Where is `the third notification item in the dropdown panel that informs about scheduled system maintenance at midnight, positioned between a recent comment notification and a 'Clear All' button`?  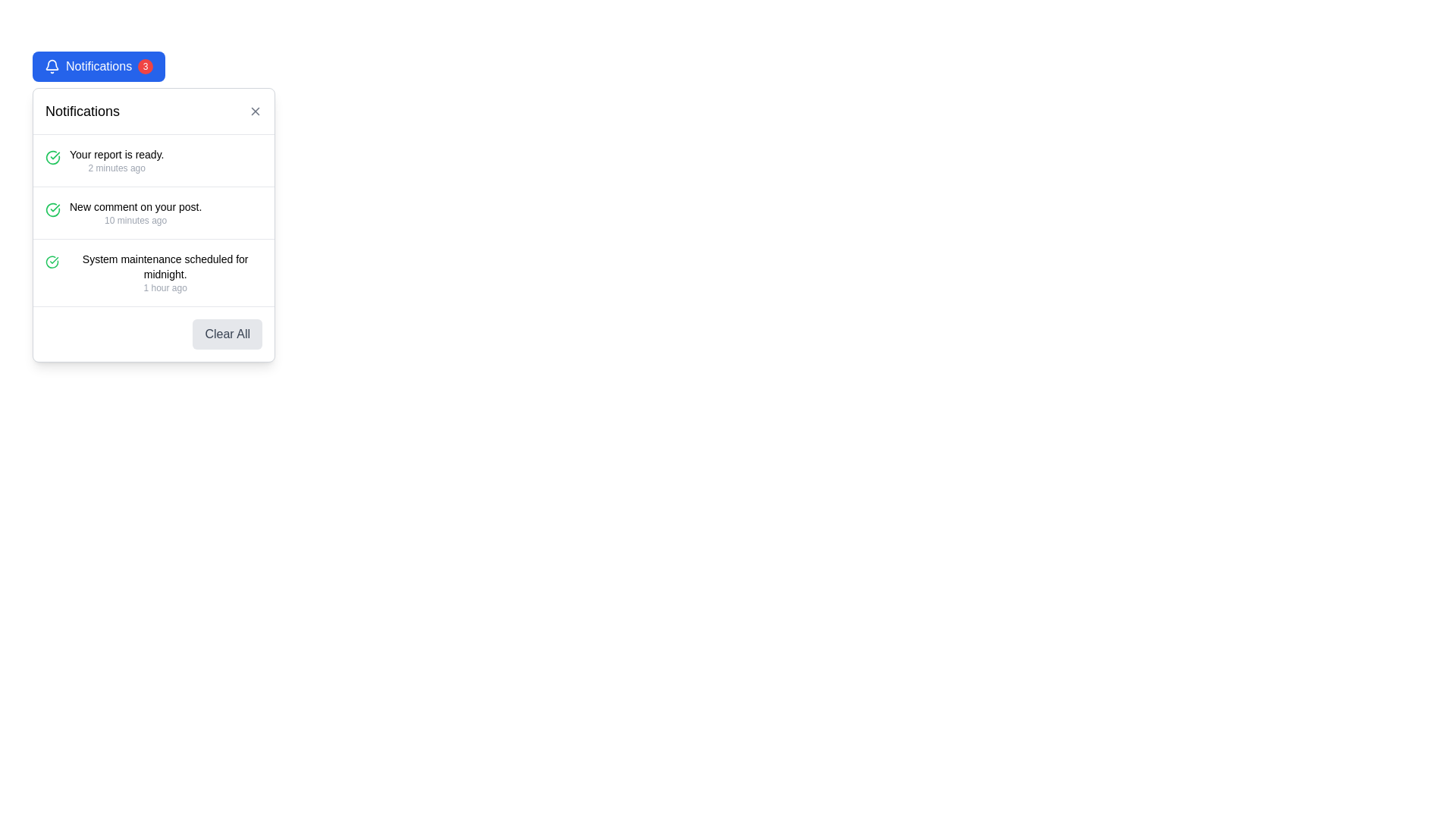
the third notification item in the dropdown panel that informs about scheduled system maintenance at midnight, positioned between a recent comment notification and a 'Clear All' button is located at coordinates (153, 271).